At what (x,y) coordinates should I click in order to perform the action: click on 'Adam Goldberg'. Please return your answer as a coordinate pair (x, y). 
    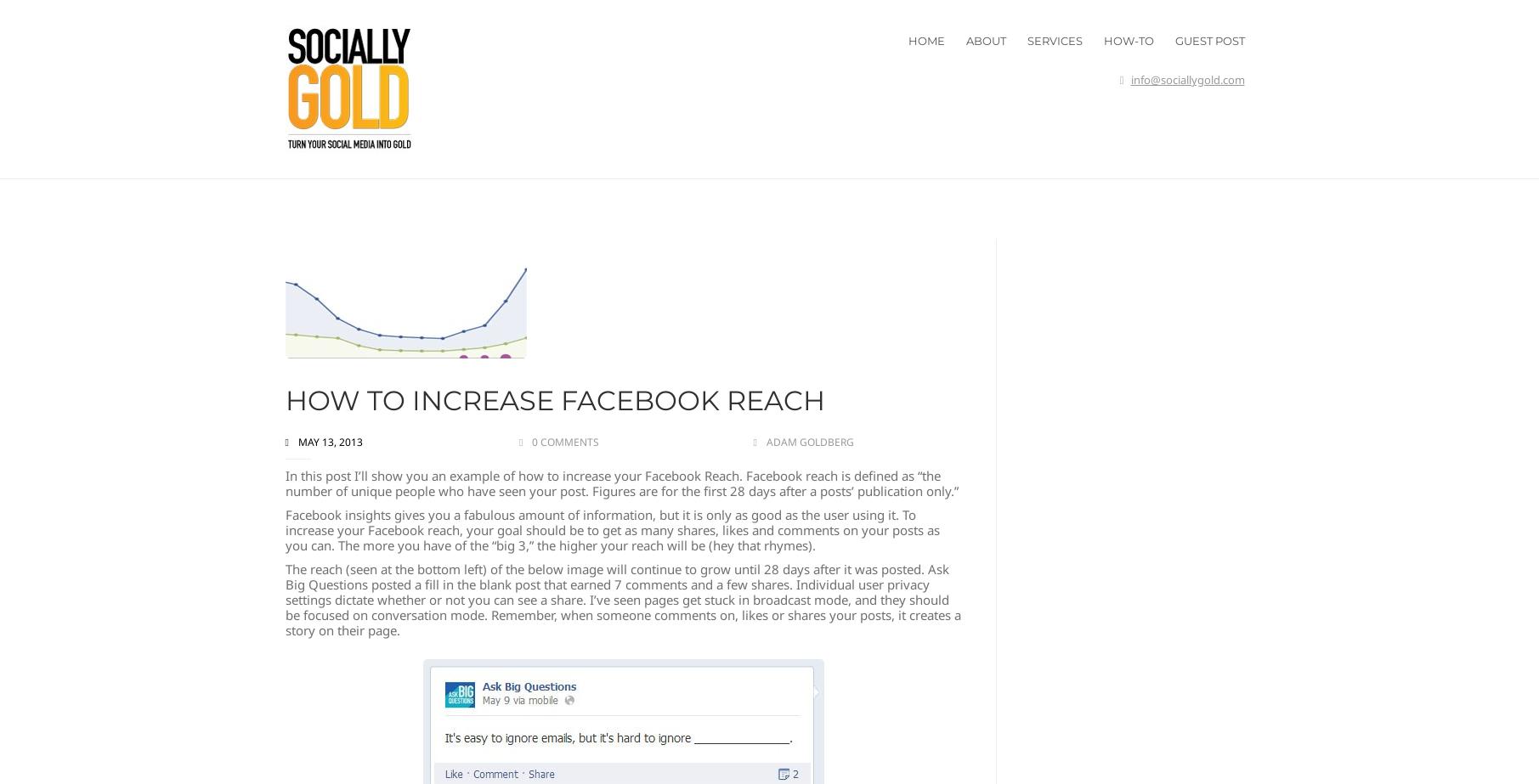
    Looking at the image, I should click on (765, 441).